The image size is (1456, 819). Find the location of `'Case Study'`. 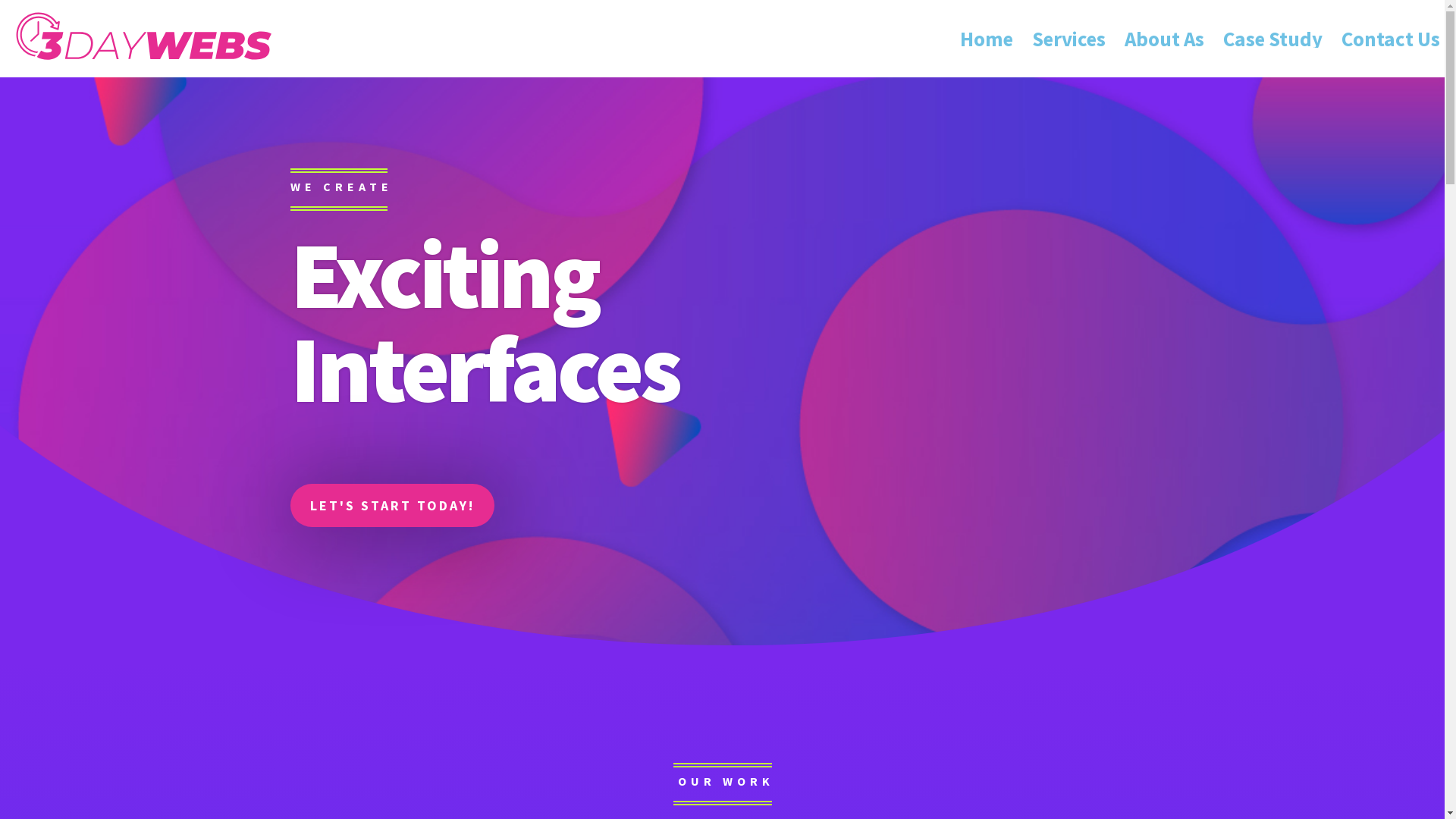

'Case Study' is located at coordinates (1272, 37).